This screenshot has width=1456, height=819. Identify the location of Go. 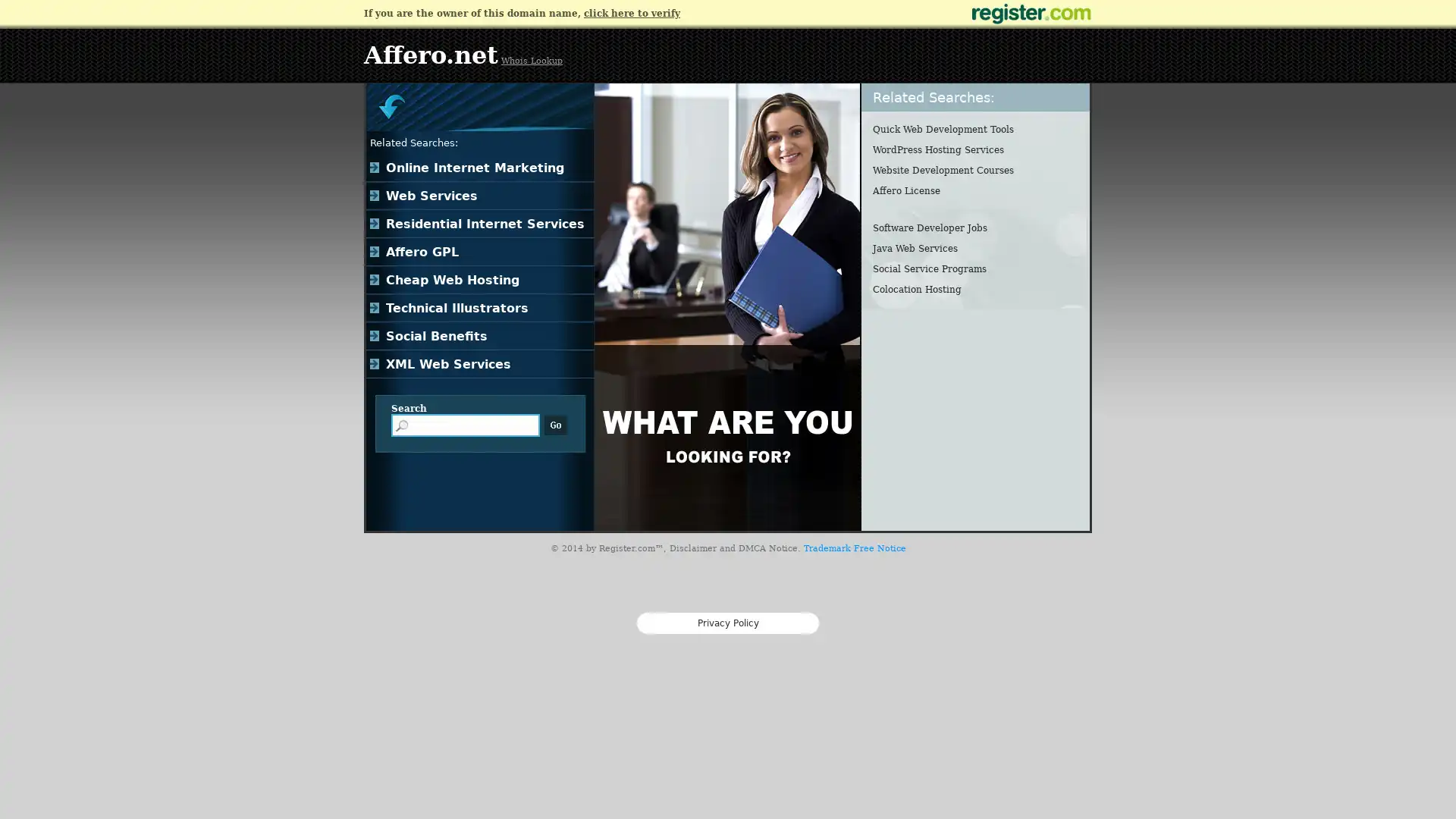
(555, 425).